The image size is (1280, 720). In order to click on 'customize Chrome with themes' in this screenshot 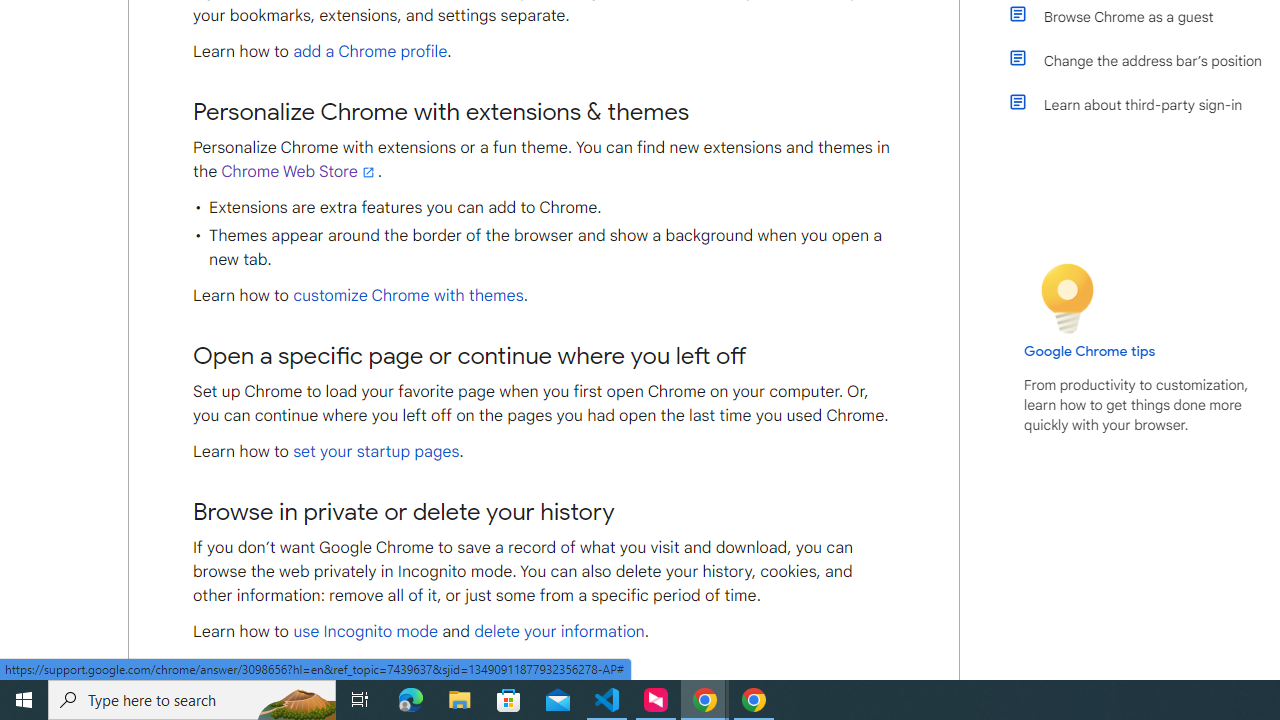, I will do `click(407, 295)`.